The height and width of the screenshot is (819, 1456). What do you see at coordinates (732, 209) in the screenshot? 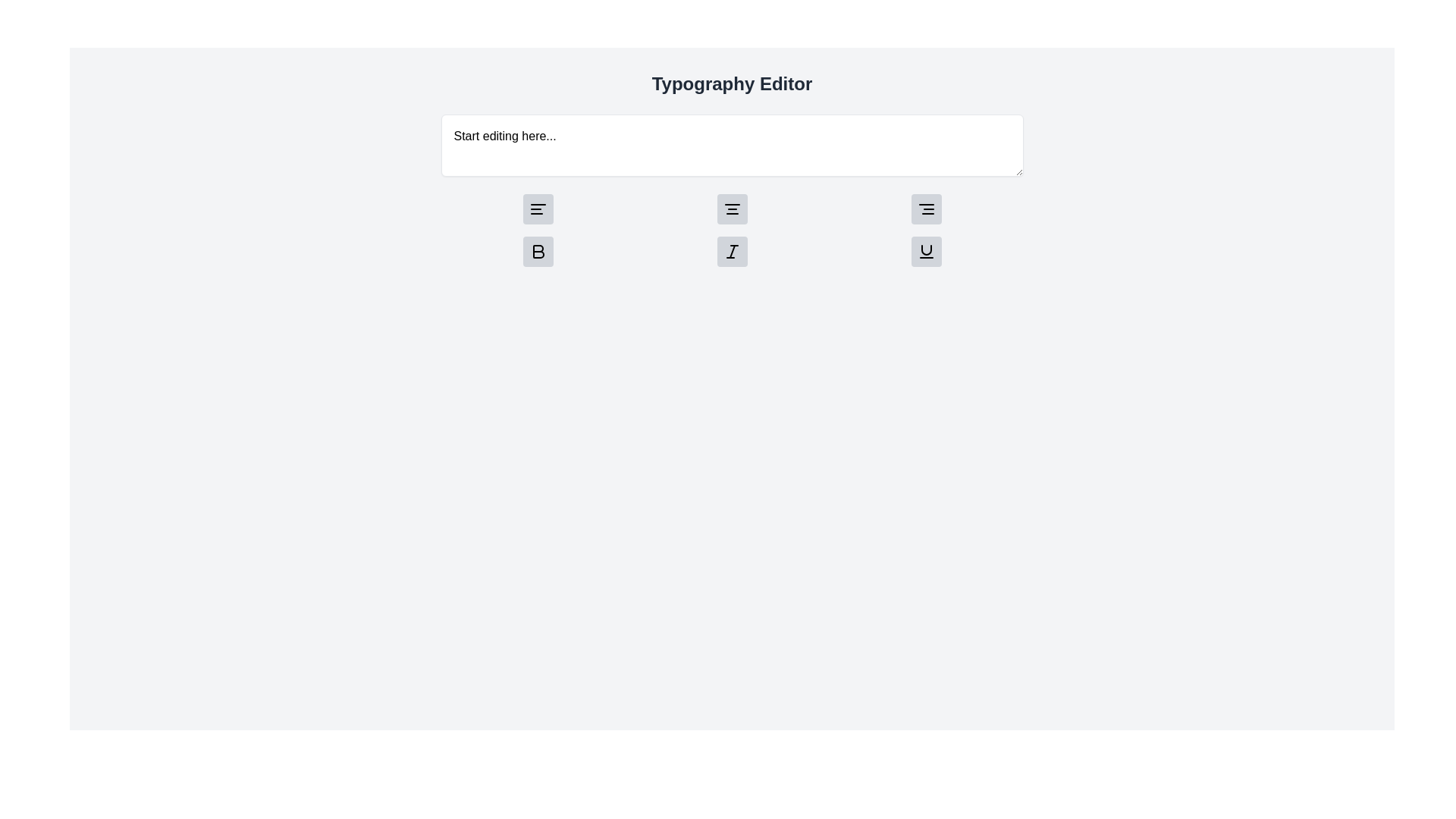
I see `the center-align text button, which is the middle button among three buttons in a row` at bounding box center [732, 209].